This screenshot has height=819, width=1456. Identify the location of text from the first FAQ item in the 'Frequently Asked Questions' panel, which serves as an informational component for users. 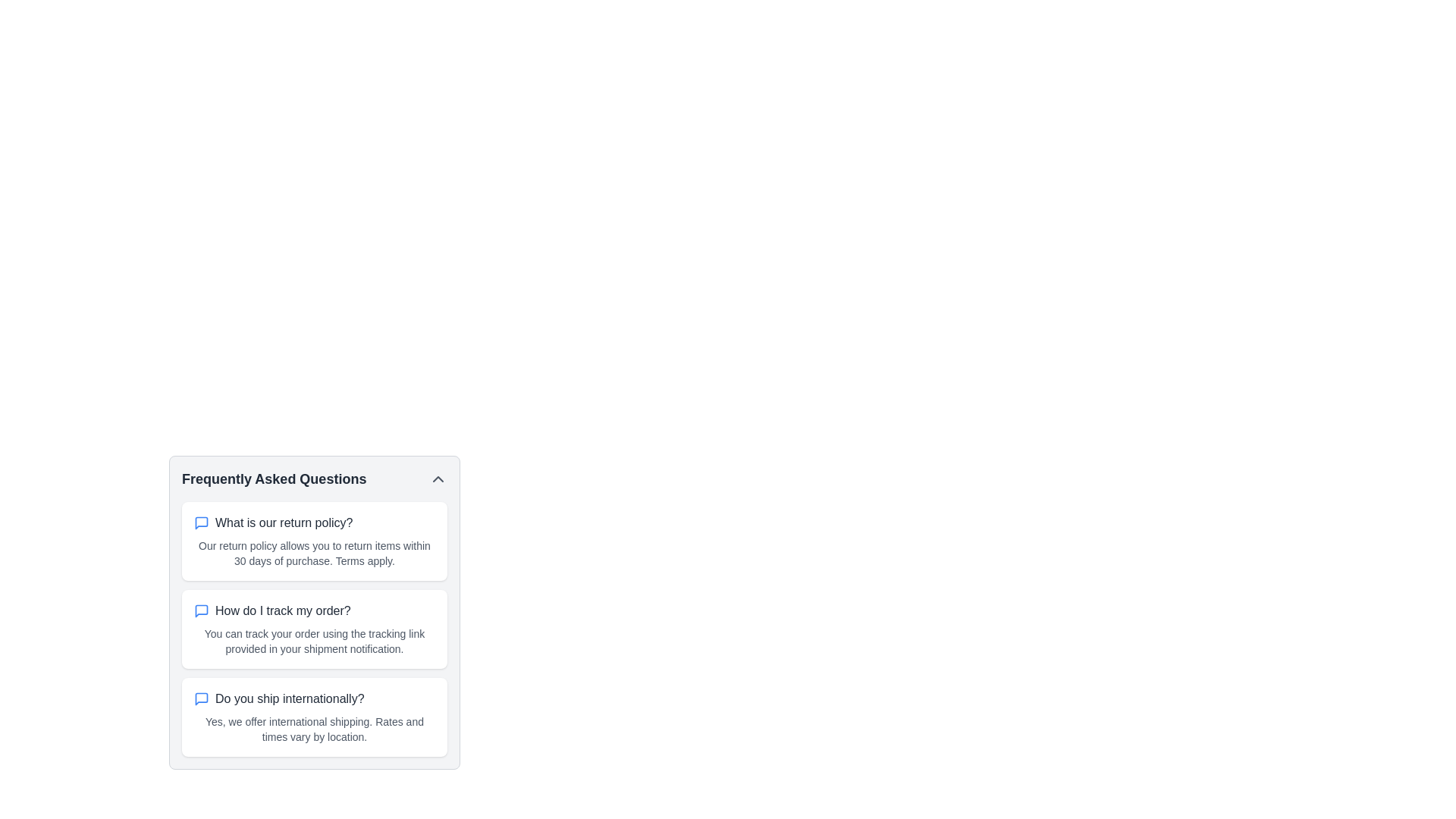
(313, 629).